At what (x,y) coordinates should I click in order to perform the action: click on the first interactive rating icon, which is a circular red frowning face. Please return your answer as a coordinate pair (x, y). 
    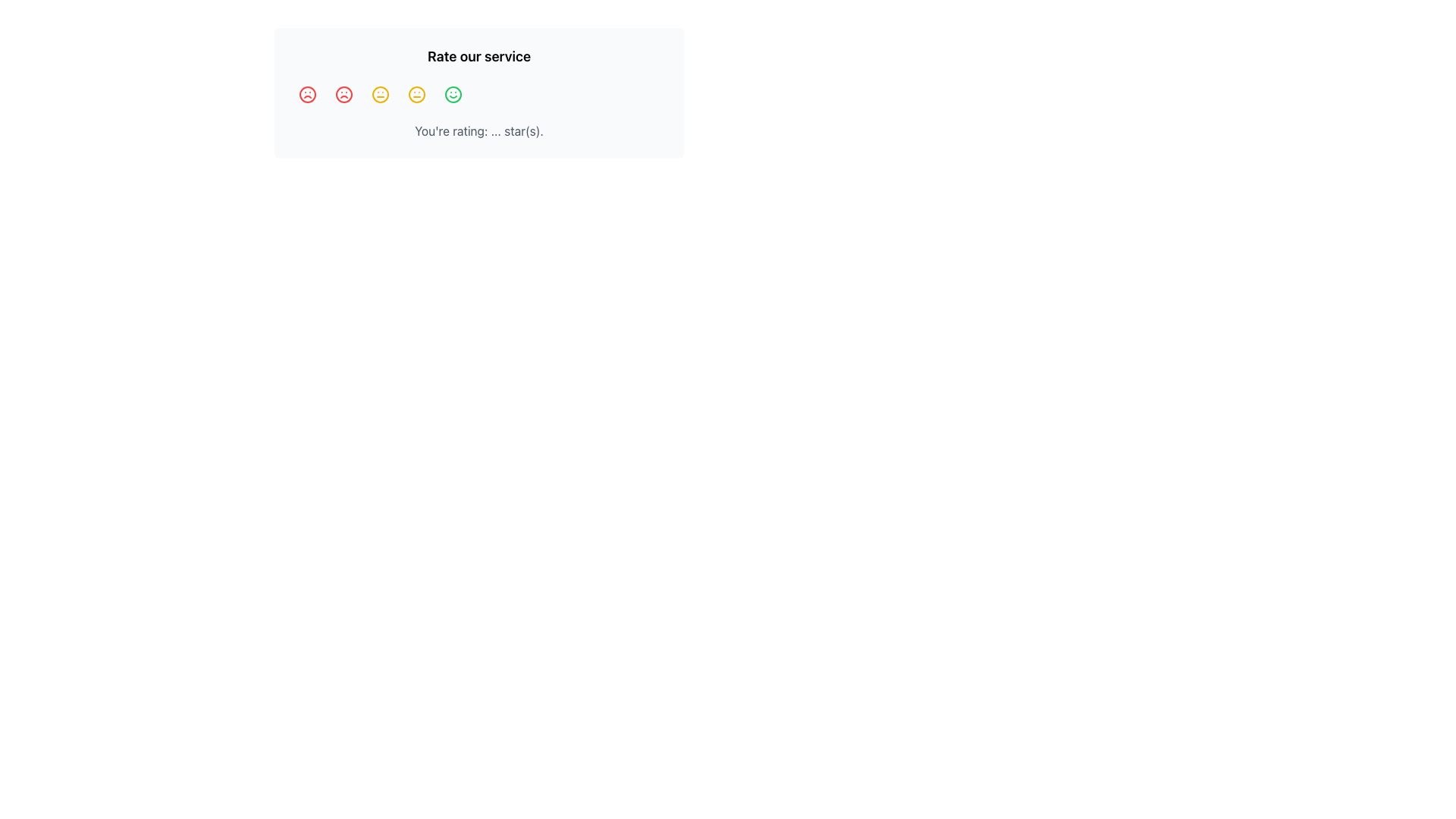
    Looking at the image, I should click on (307, 94).